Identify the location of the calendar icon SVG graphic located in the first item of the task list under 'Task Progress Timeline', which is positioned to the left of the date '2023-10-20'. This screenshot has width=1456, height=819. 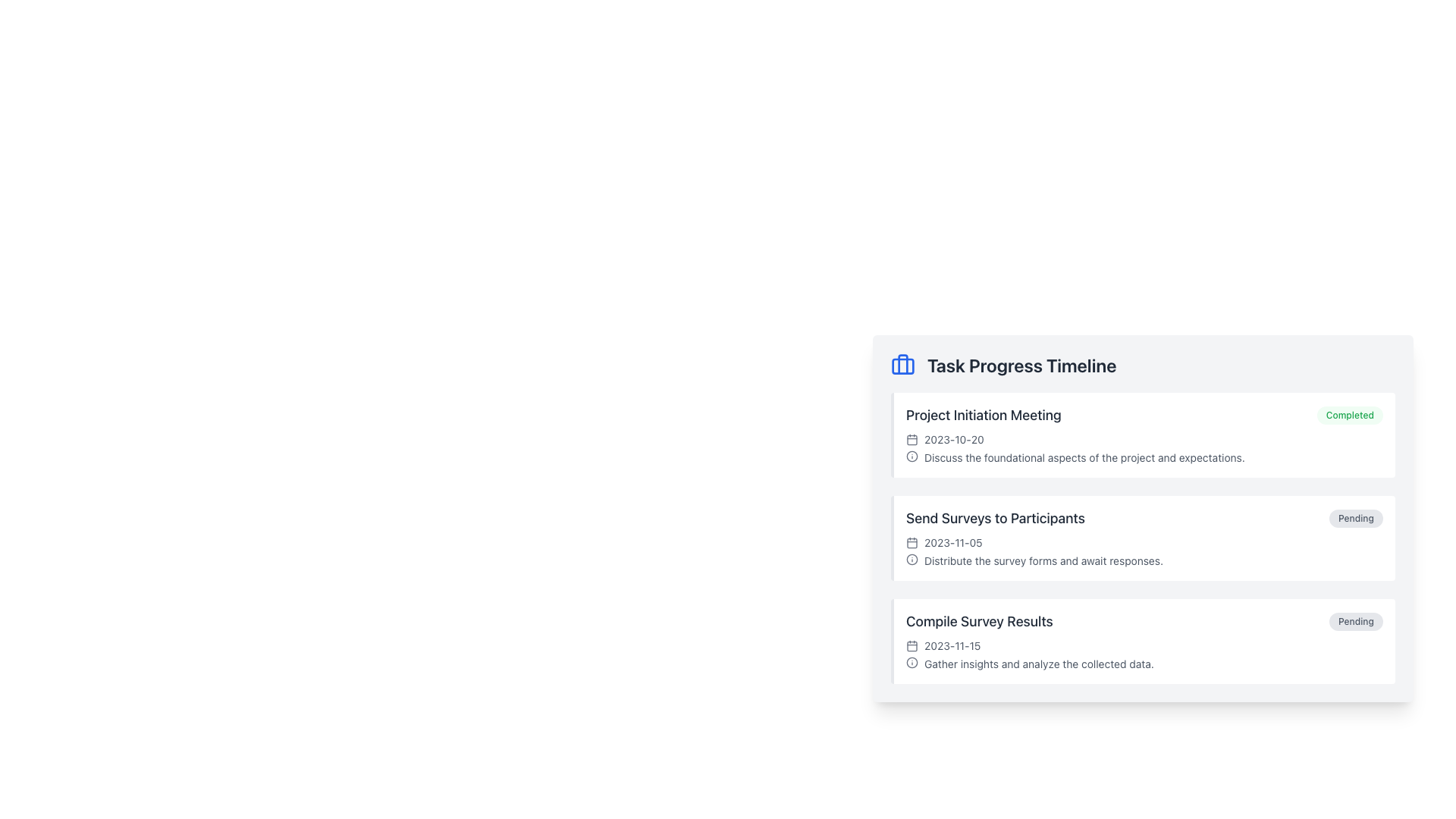
(912, 439).